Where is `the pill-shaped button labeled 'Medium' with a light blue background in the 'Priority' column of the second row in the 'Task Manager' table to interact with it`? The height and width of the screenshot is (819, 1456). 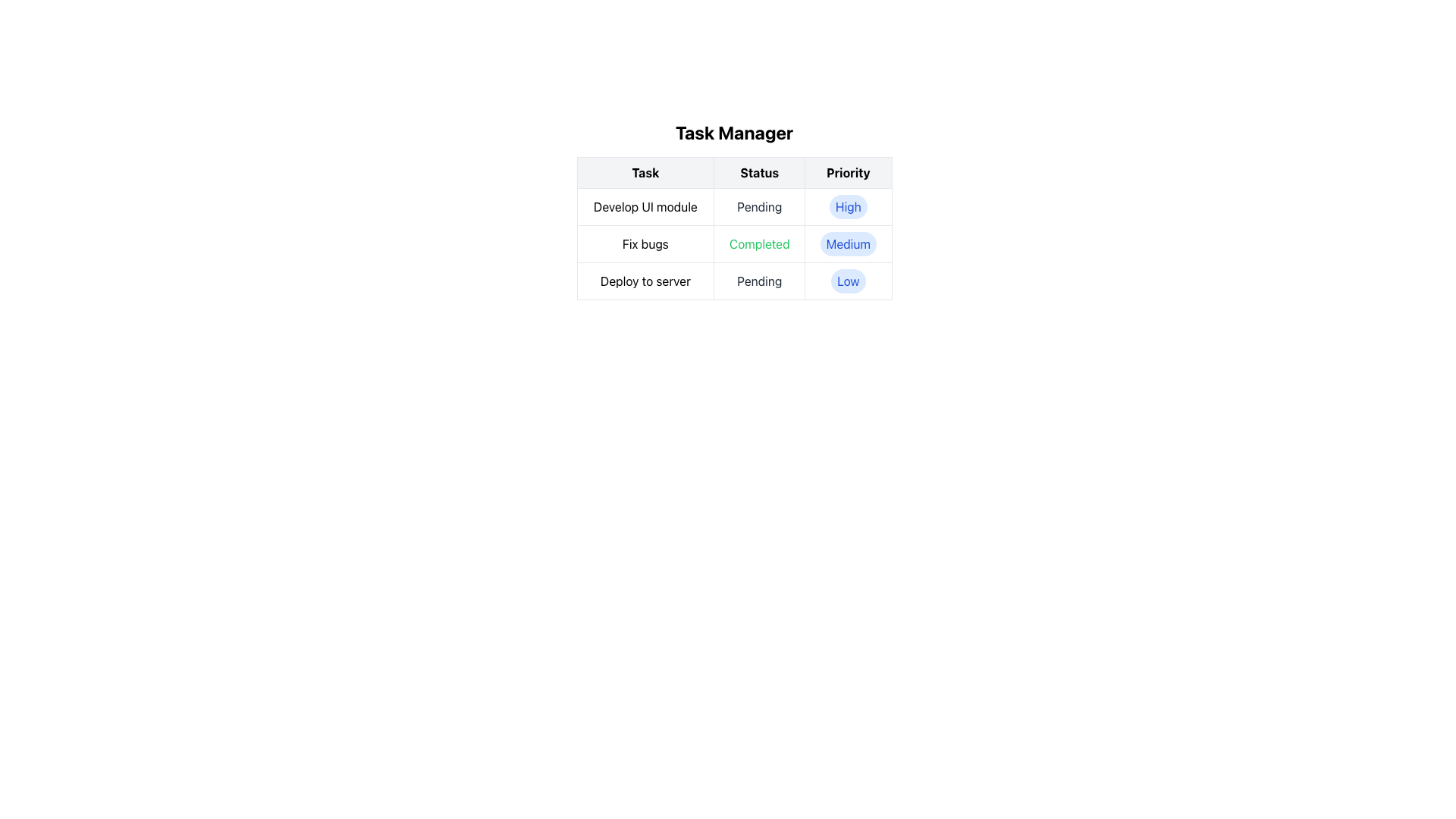 the pill-shaped button labeled 'Medium' with a light blue background in the 'Priority' column of the second row in the 'Task Manager' table to interact with it is located at coordinates (847, 243).